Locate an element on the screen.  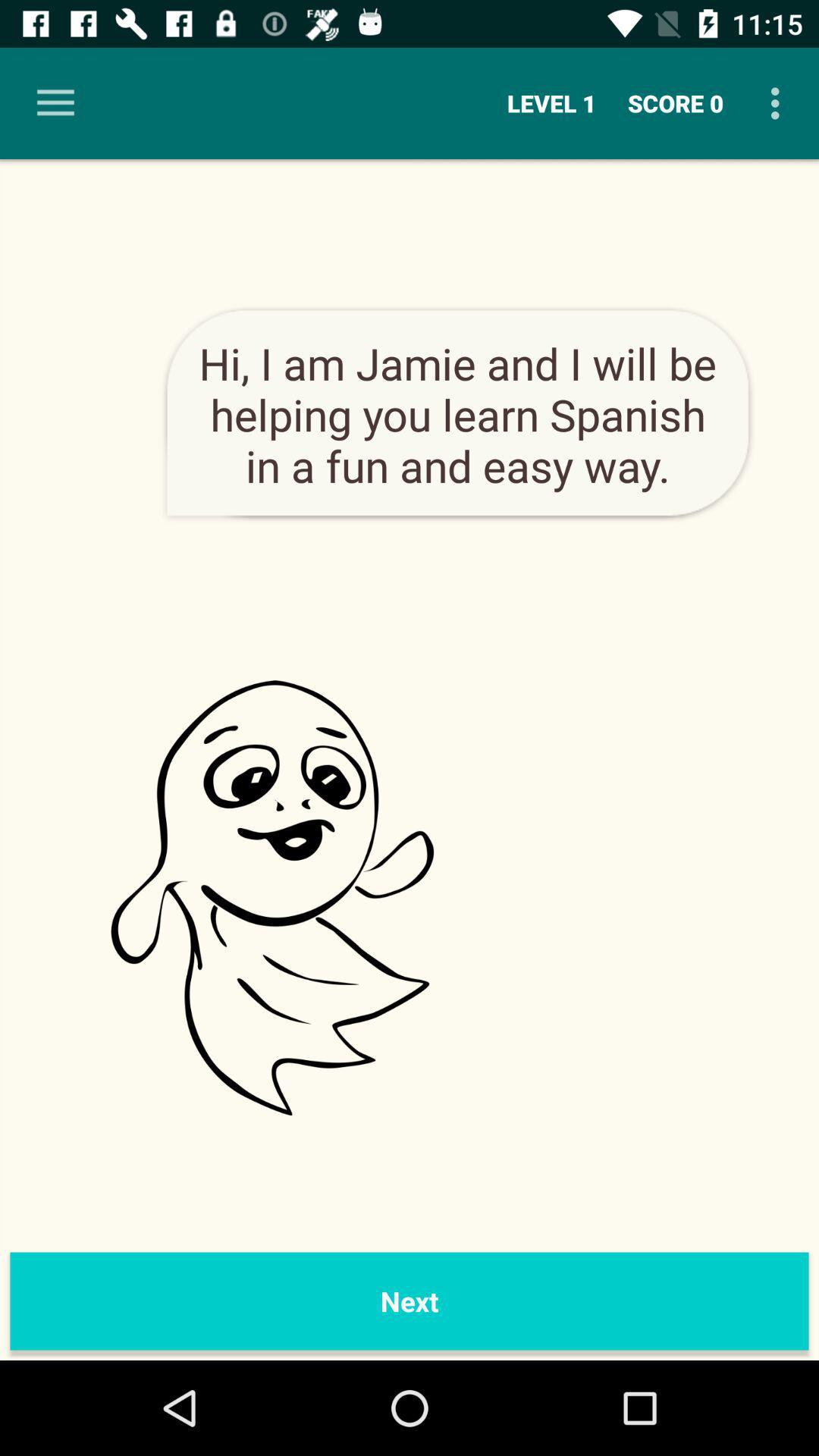
the item to the left of level 1 icon is located at coordinates (55, 102).